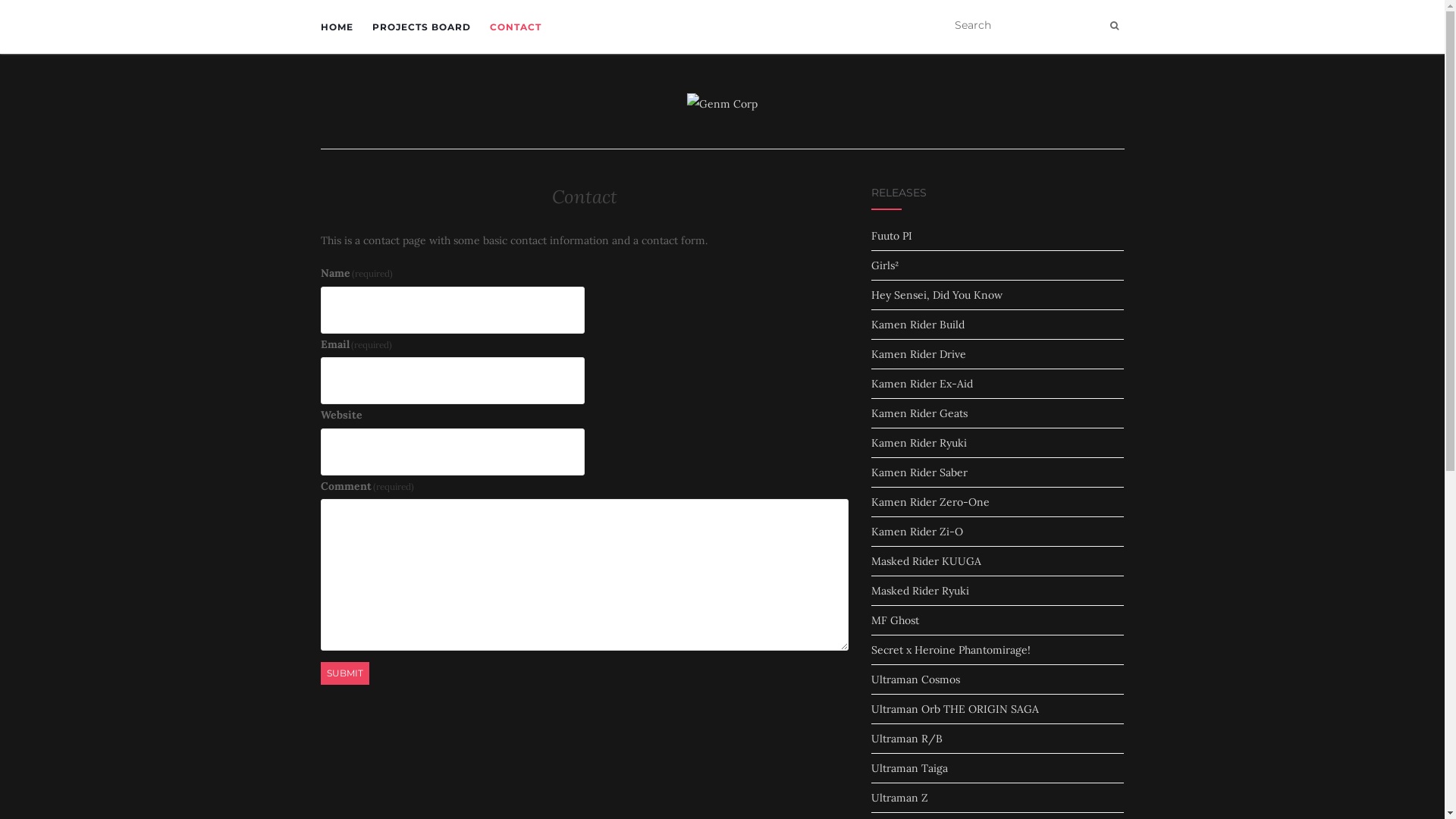 The image size is (1456, 819). What do you see at coordinates (871, 353) in the screenshot?
I see `'Kamen Rider Drive'` at bounding box center [871, 353].